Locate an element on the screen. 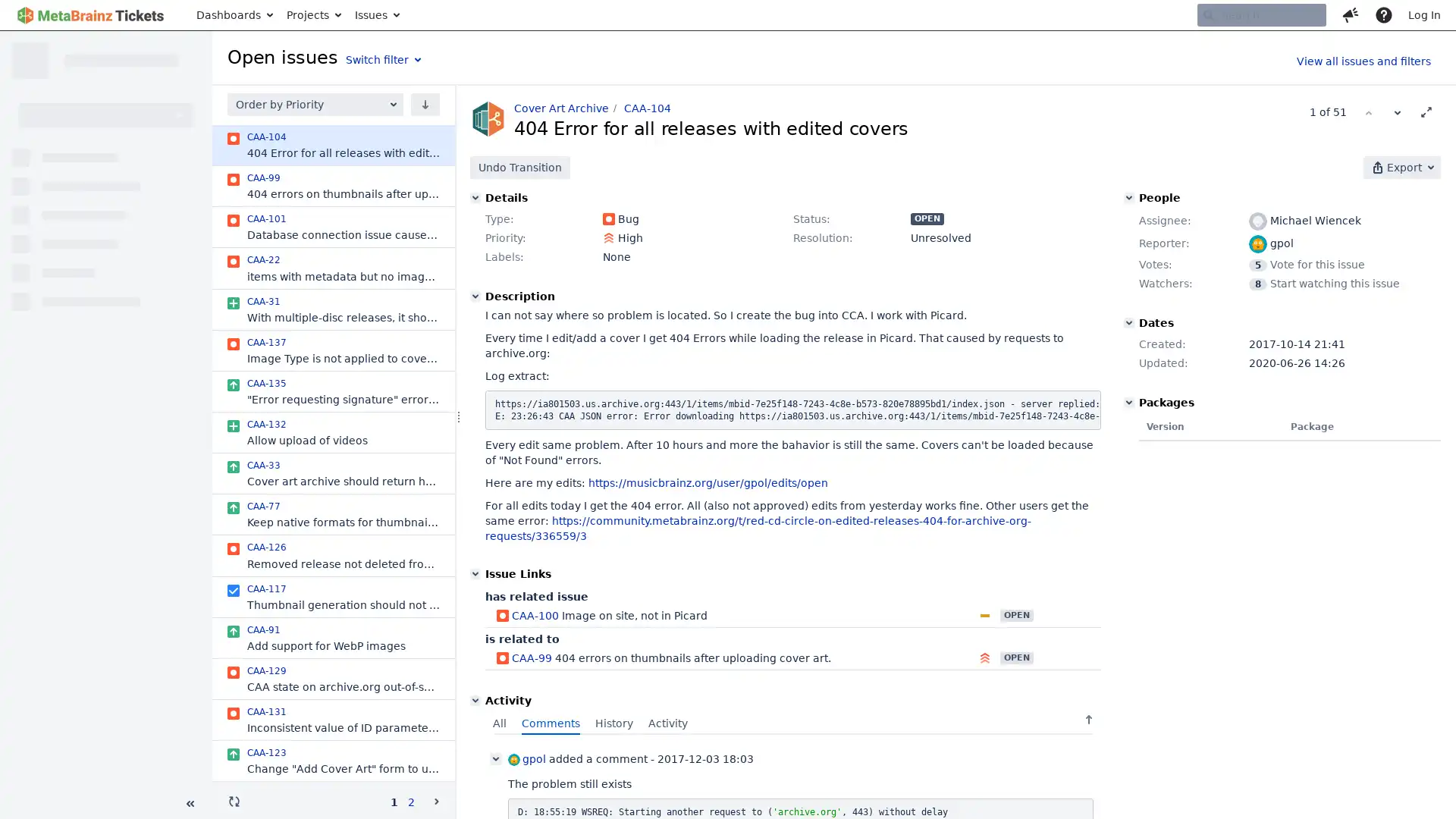  Collapse comment is located at coordinates (495, 759).